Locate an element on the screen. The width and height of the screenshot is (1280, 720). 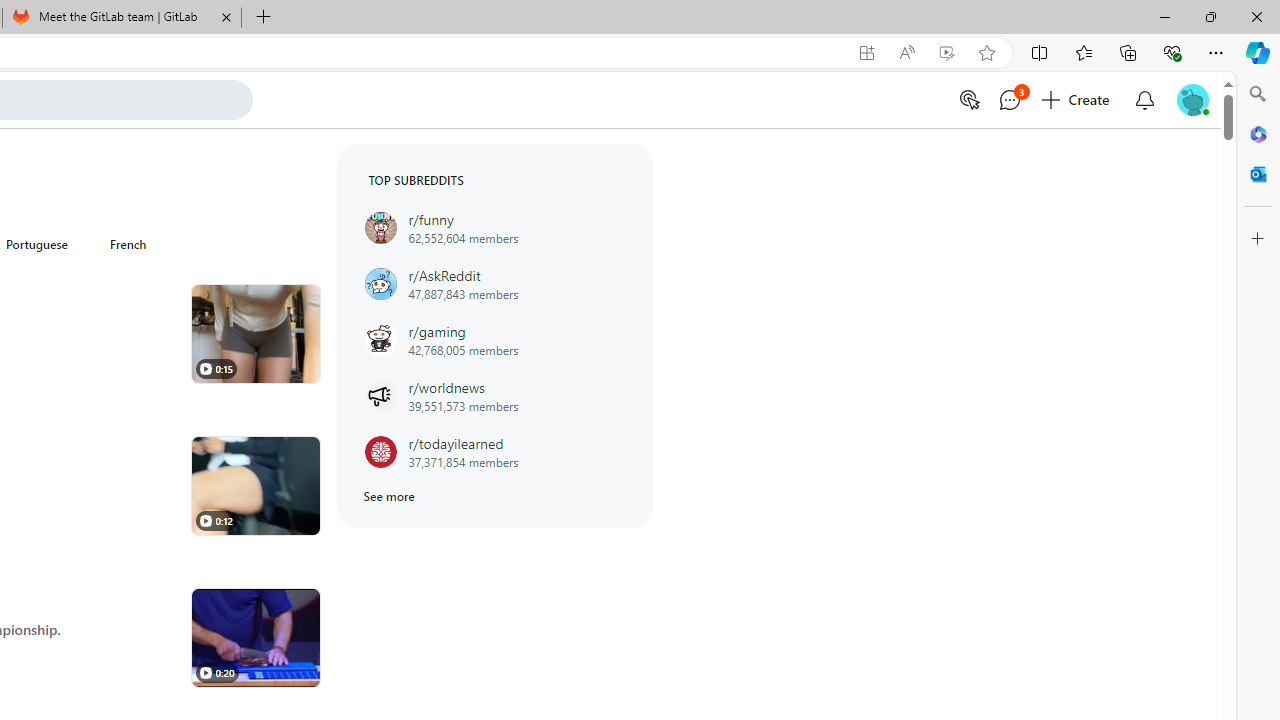
'r/gaming 42,768,005 members' is located at coordinates (494, 338).